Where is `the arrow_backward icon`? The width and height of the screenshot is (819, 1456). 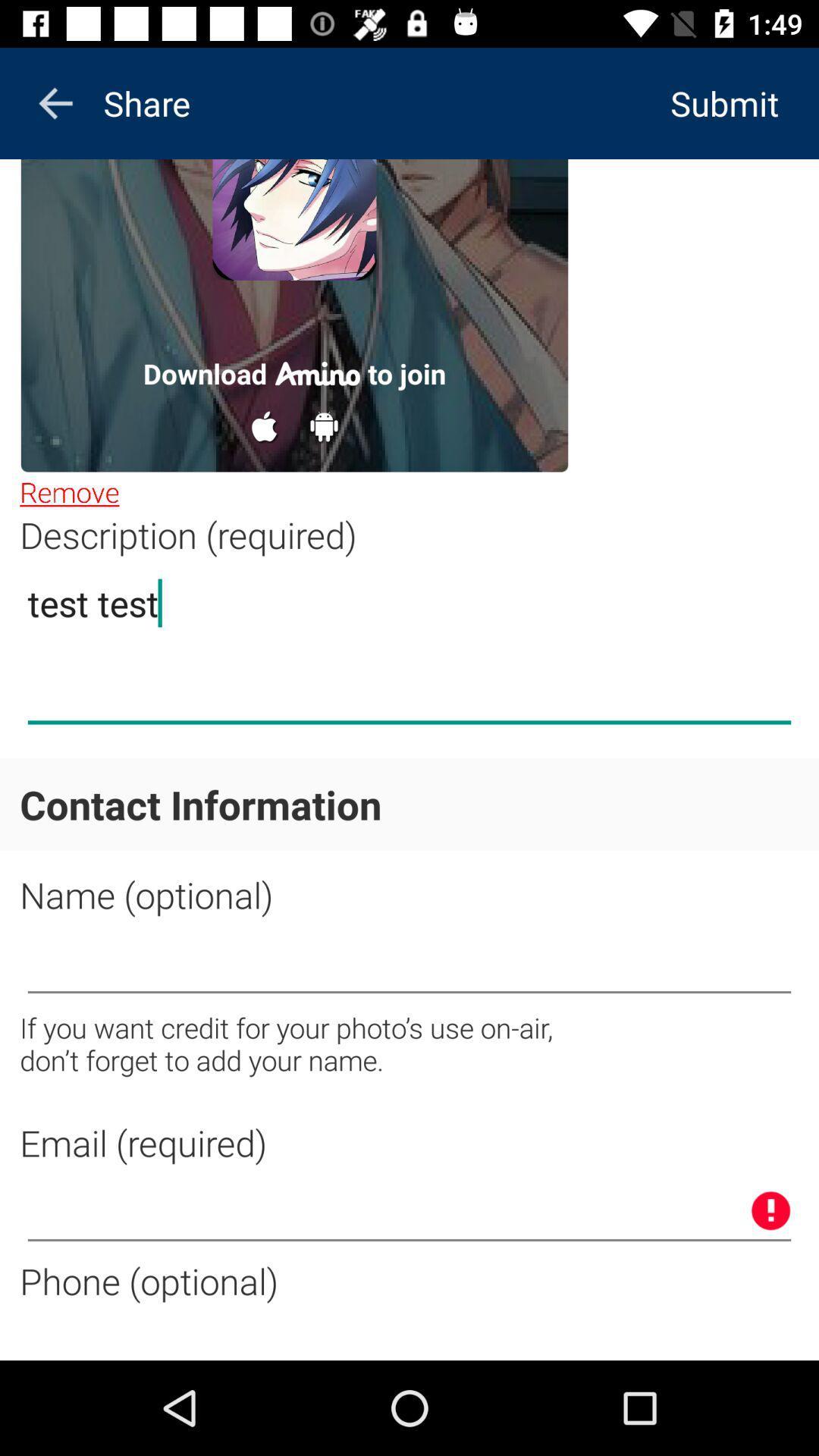 the arrow_backward icon is located at coordinates (55, 102).